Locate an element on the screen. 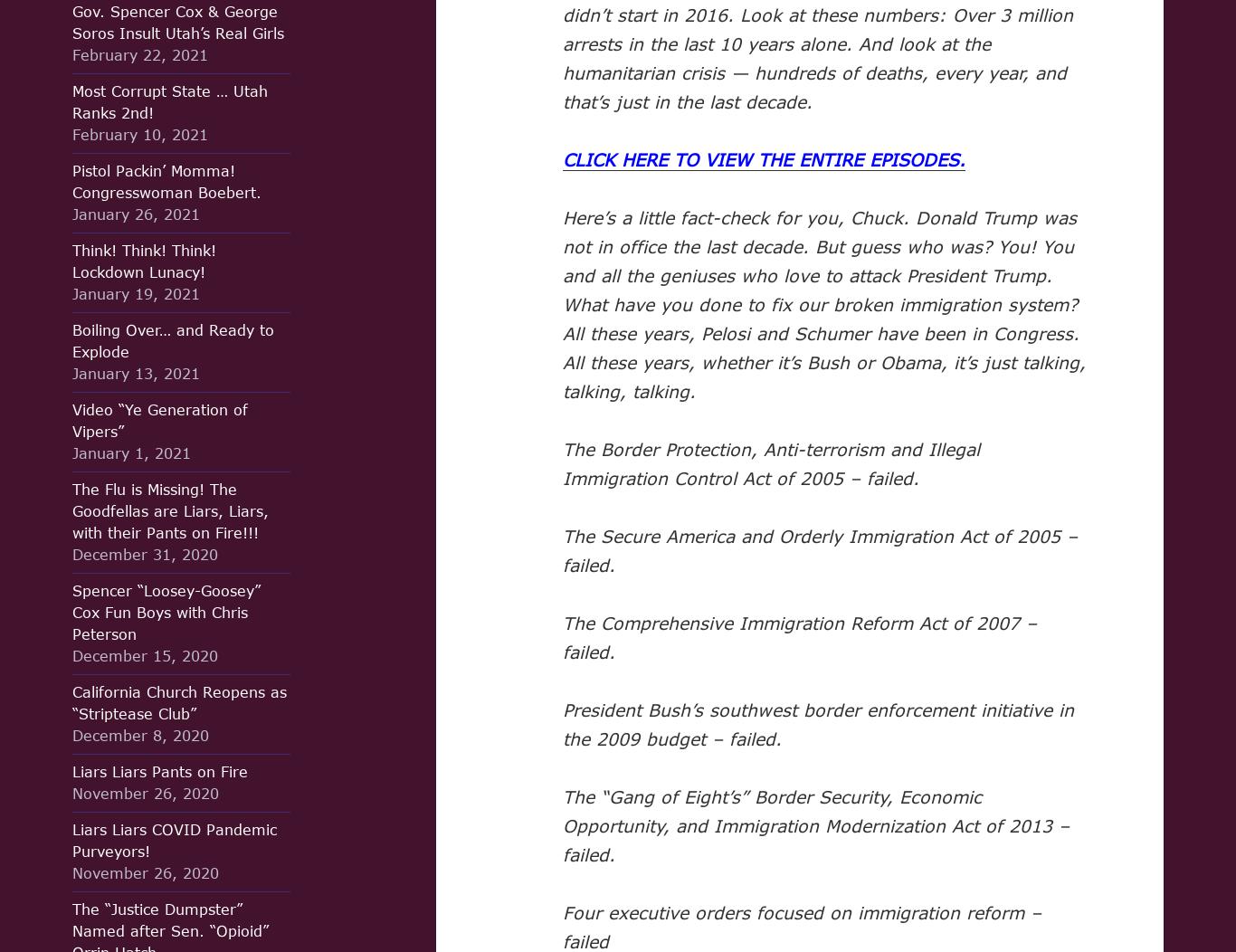  'January 19, 2021' is located at coordinates (135, 292).